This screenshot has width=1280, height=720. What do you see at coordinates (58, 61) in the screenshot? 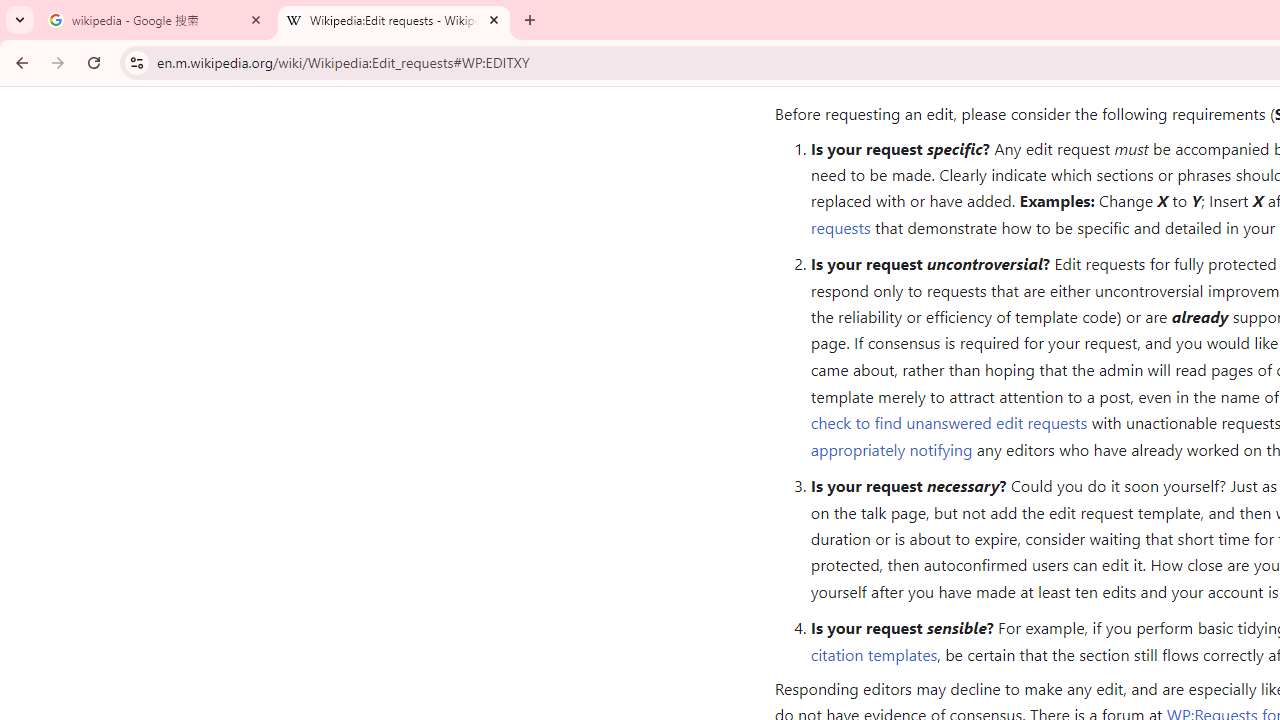
I see `'Forward'` at bounding box center [58, 61].